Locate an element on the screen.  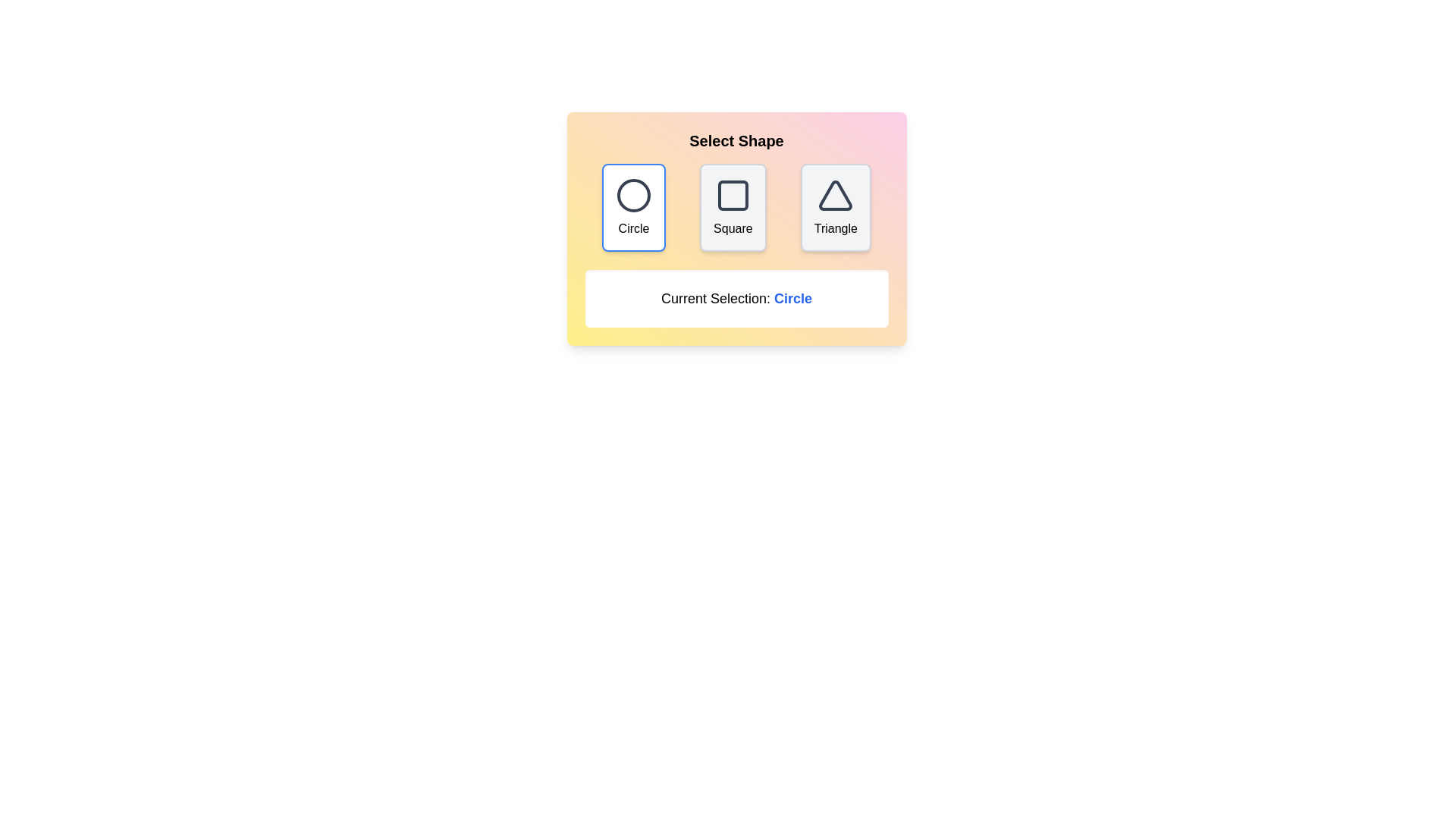
the Square button to observe hover effects is located at coordinates (733, 207).